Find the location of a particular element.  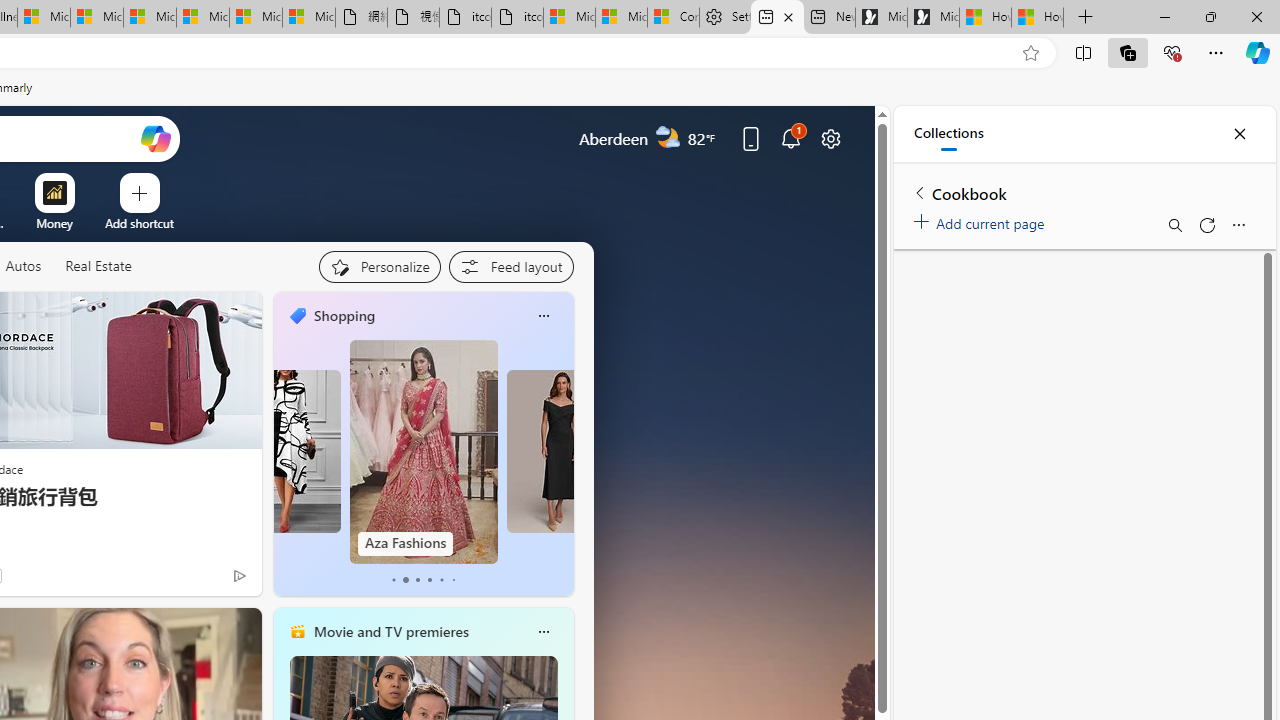

'Class: icon-img' is located at coordinates (543, 632).